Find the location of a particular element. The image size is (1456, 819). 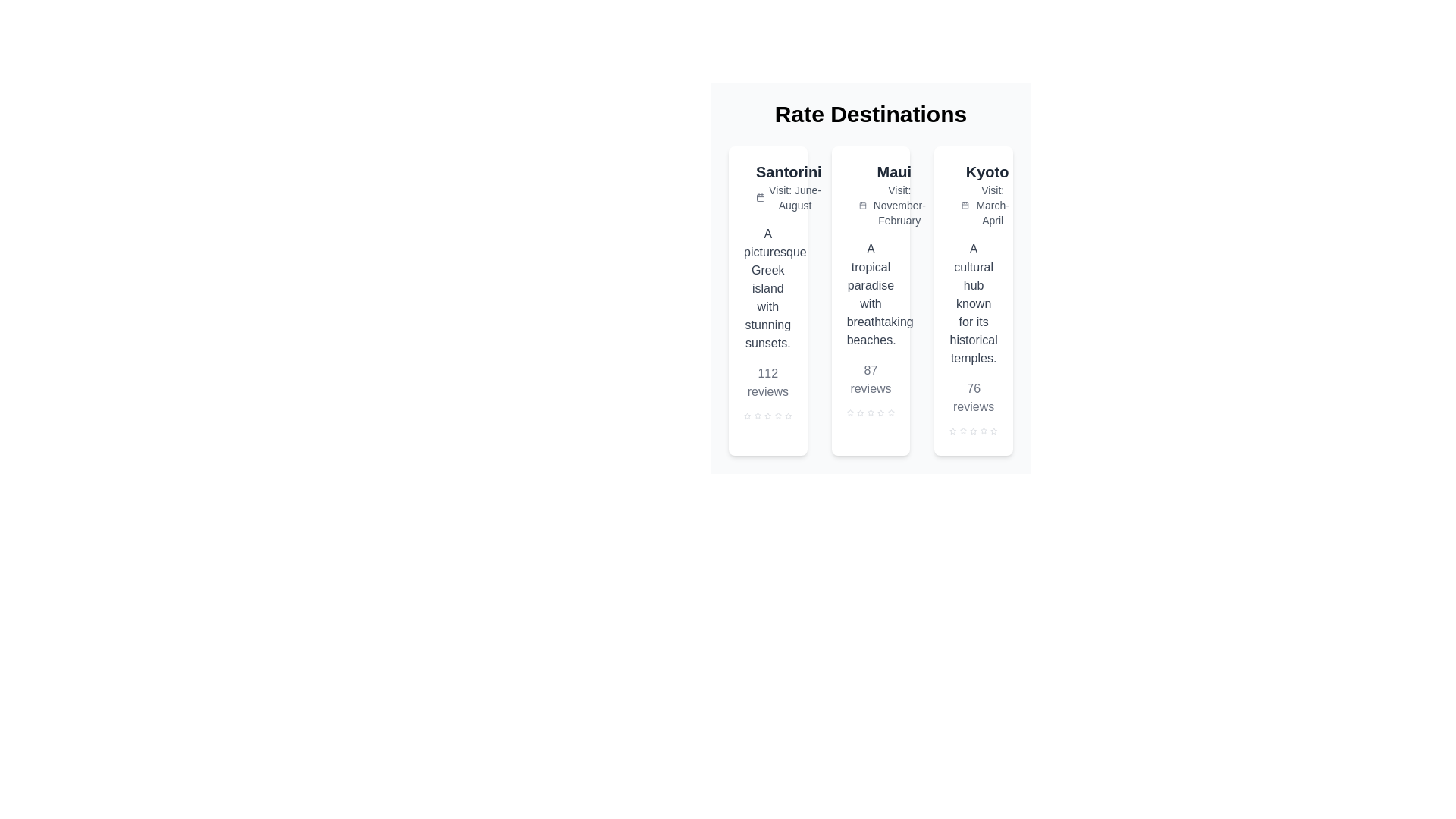

the Destination summary card for 'Santorini', which is the first card in a row of three, located in the leftmost column of the grid layout is located at coordinates (767, 301).